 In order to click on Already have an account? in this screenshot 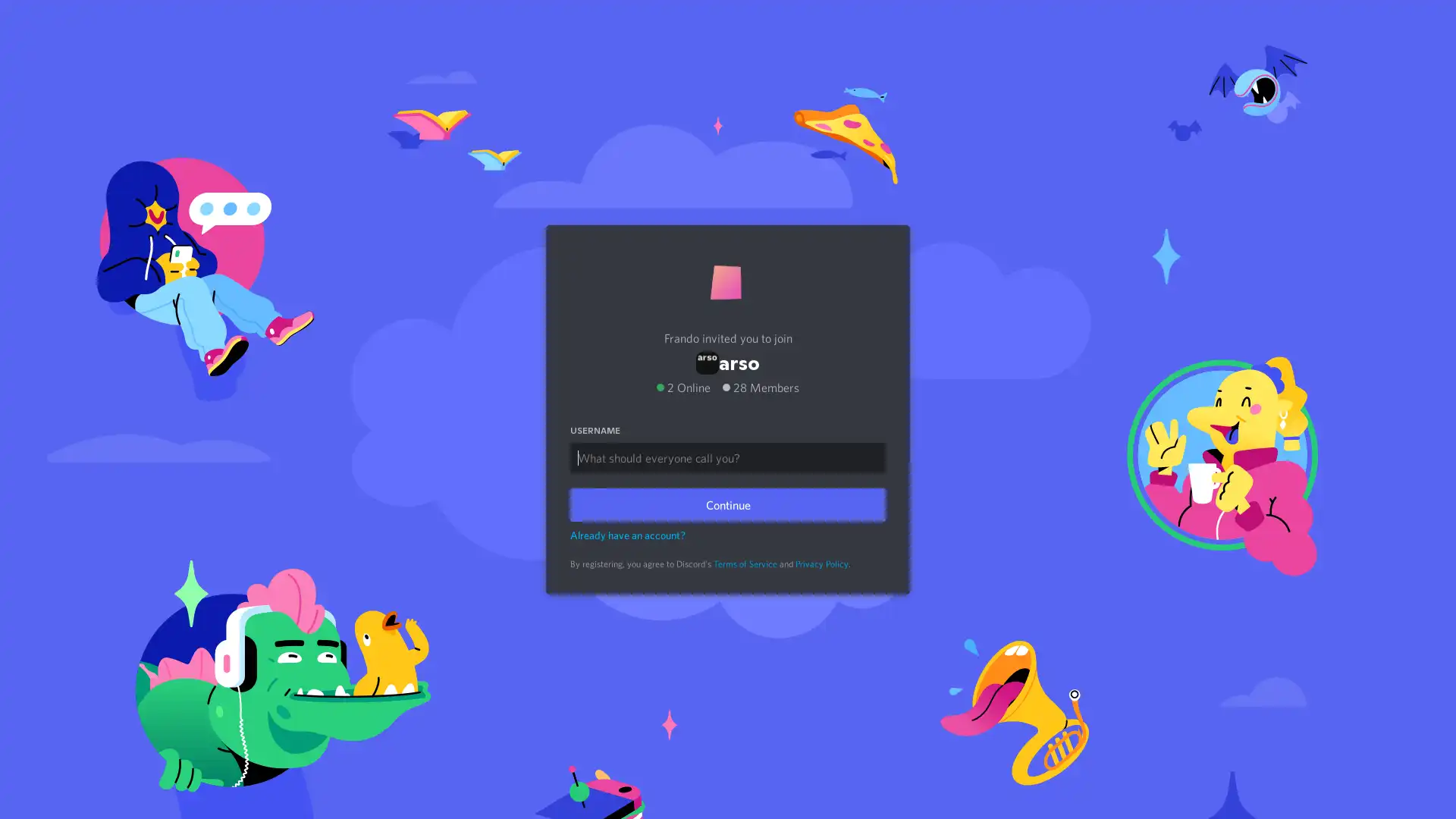, I will do `click(628, 534)`.